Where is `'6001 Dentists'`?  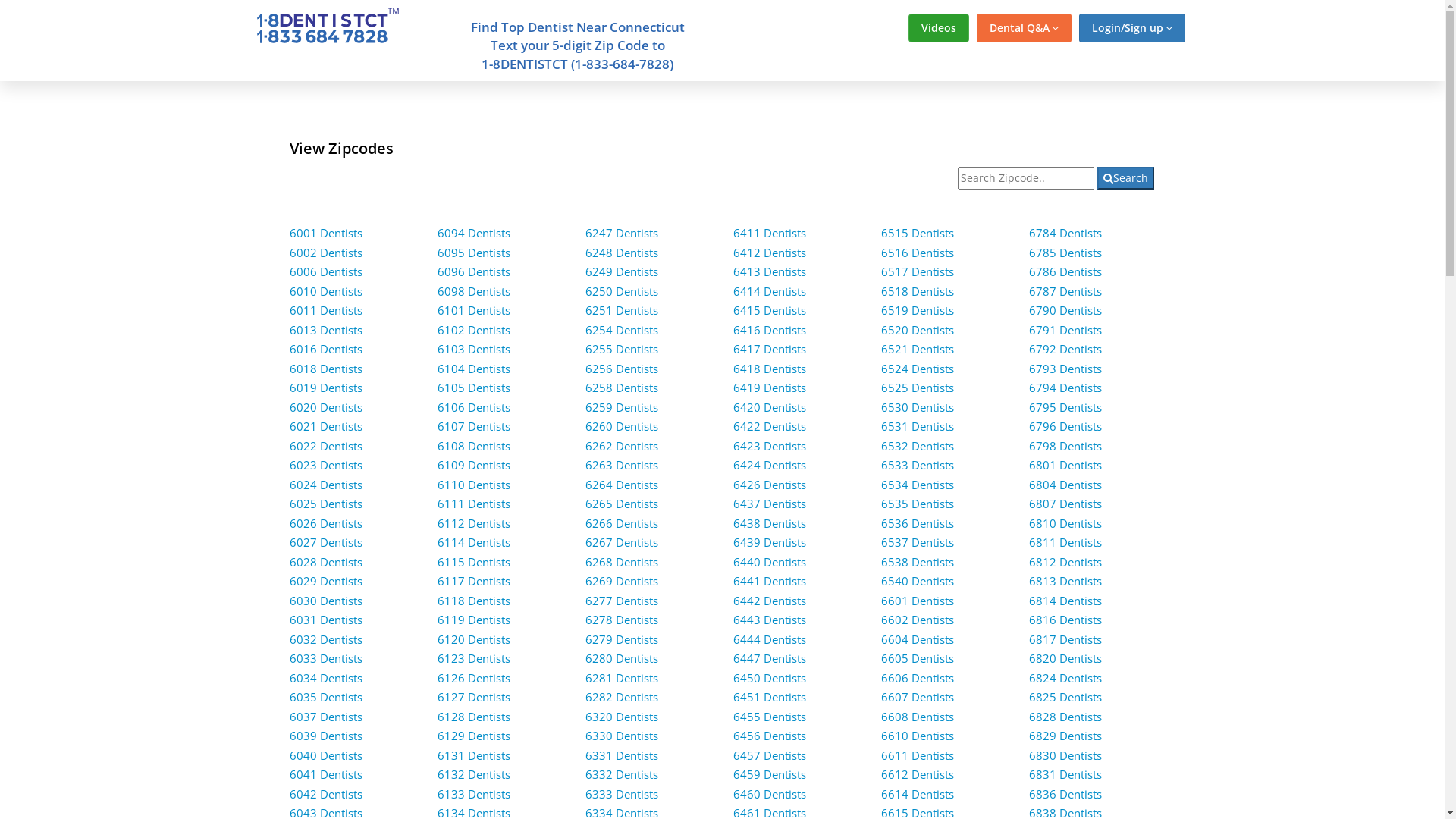
'6001 Dentists' is located at coordinates (325, 233).